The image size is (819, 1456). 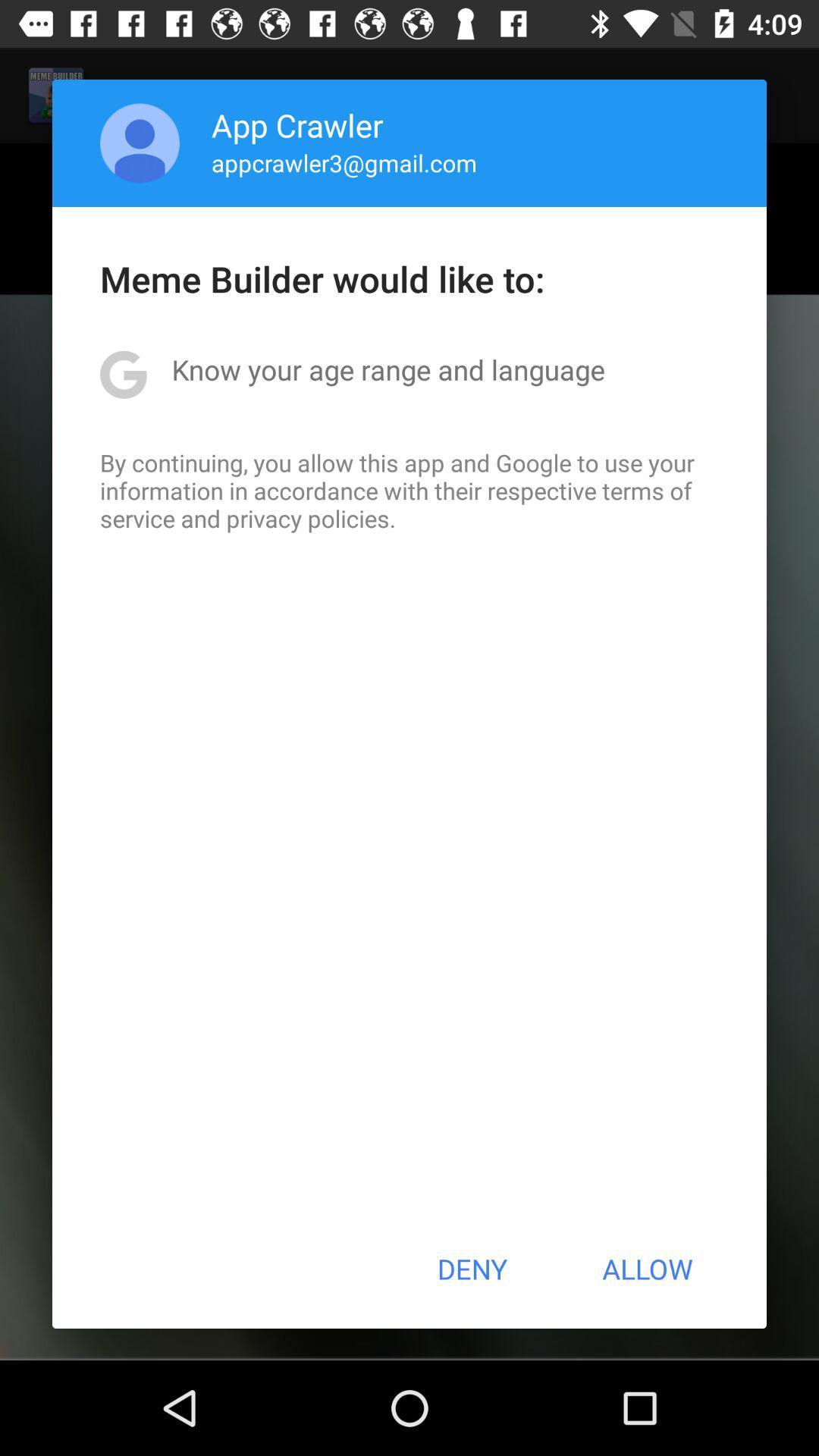 I want to click on the know your age item, so click(x=388, y=369).